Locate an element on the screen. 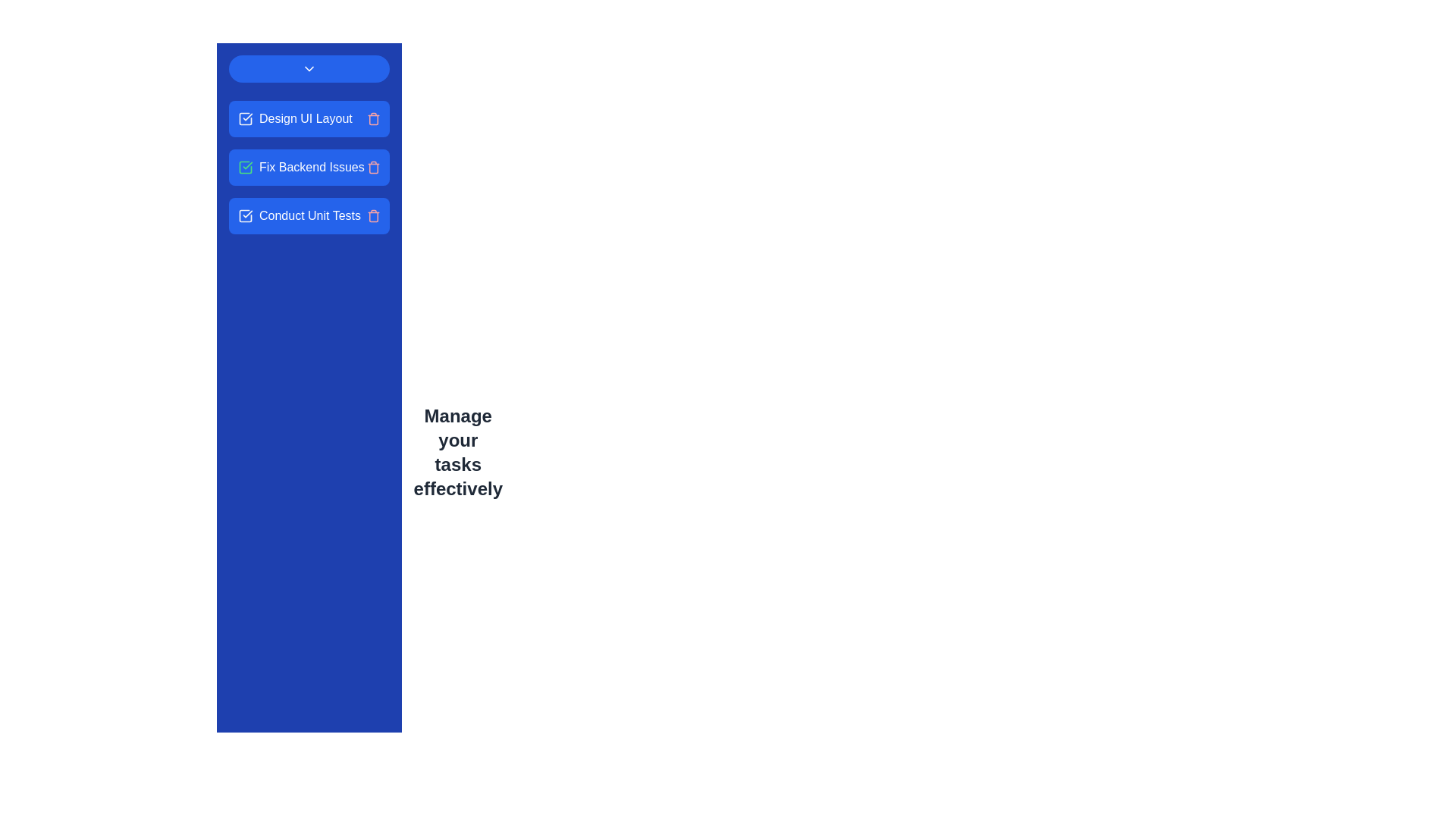  the dropdown icon located near the center of a rounded rectangular button with a light blue background is located at coordinates (308, 69).